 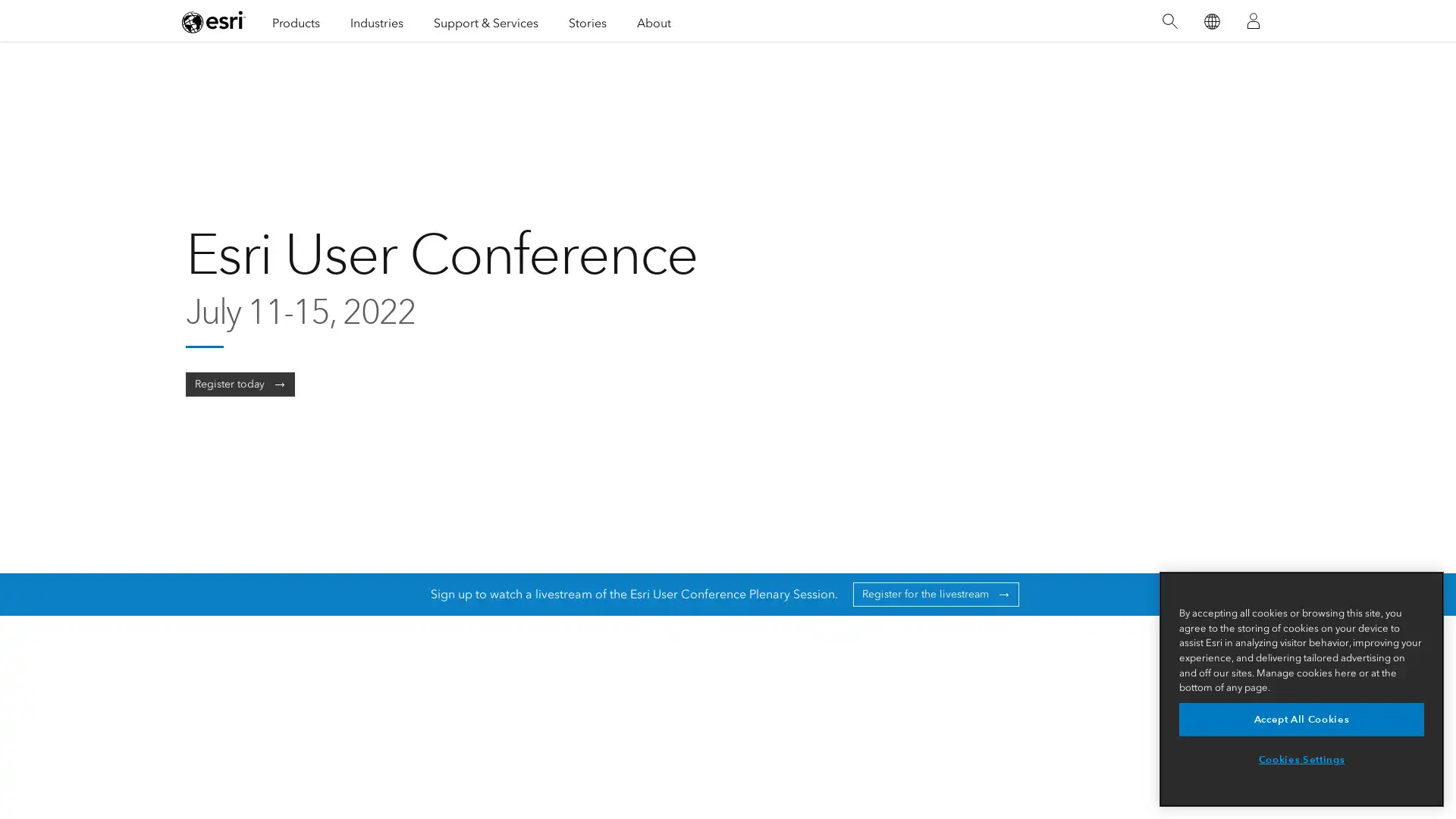 I want to click on Switch Language, so click(x=1210, y=20).